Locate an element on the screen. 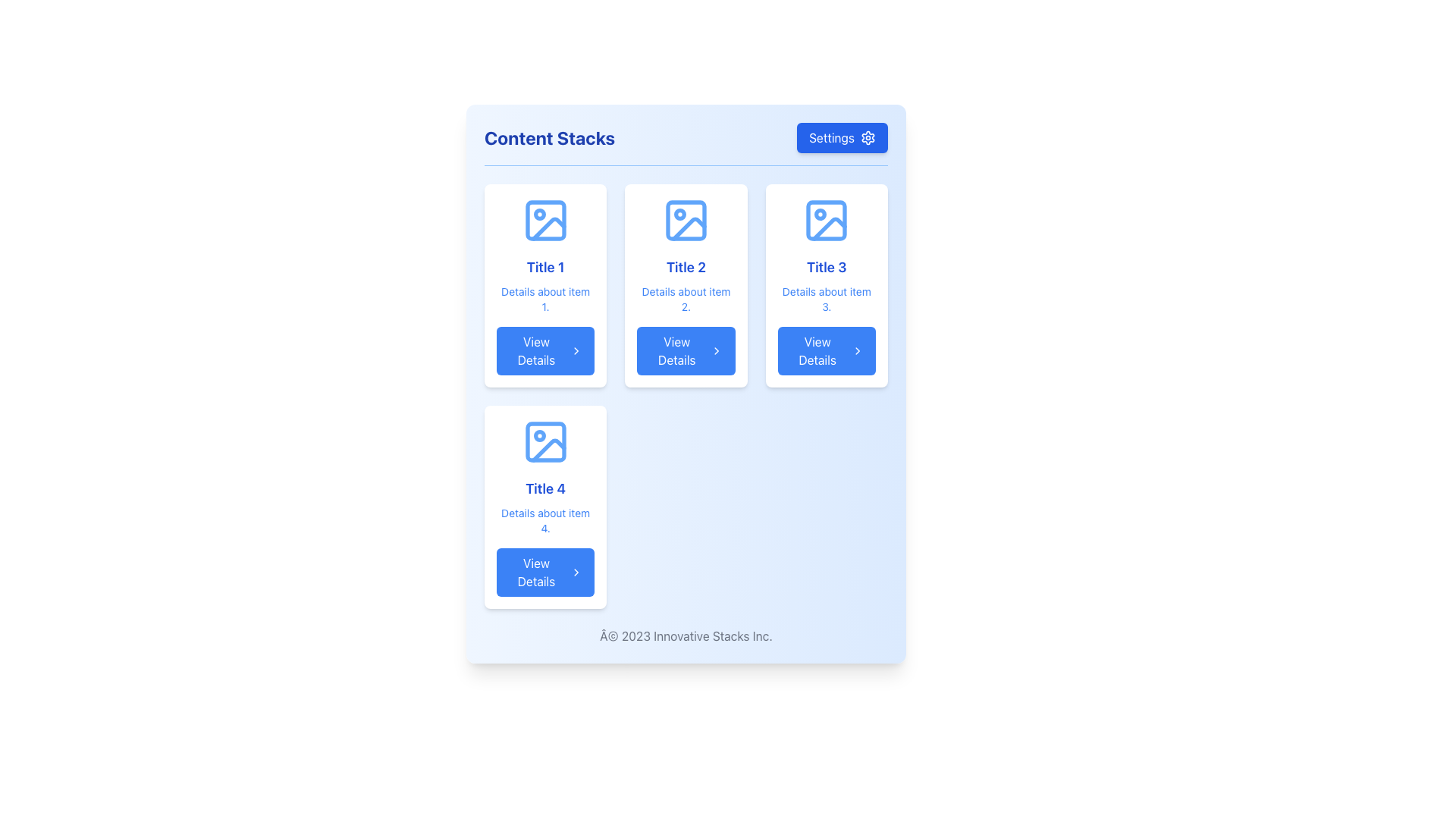 The width and height of the screenshot is (1456, 819). the information card located in the first column of the first row of the grid layout is located at coordinates (545, 286).